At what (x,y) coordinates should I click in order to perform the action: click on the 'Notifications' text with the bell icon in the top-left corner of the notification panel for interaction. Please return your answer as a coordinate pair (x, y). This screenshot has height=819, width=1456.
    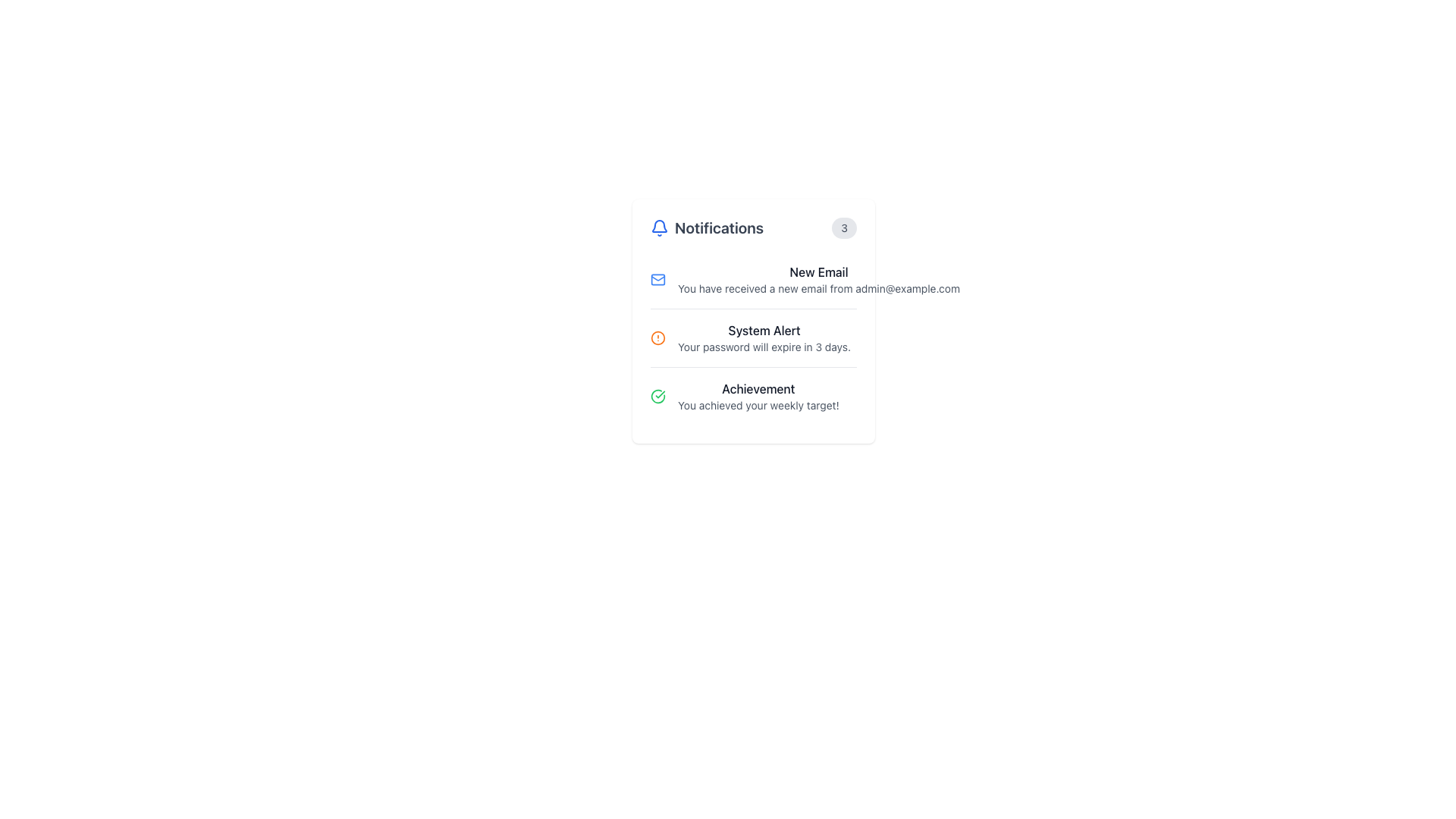
    Looking at the image, I should click on (706, 227).